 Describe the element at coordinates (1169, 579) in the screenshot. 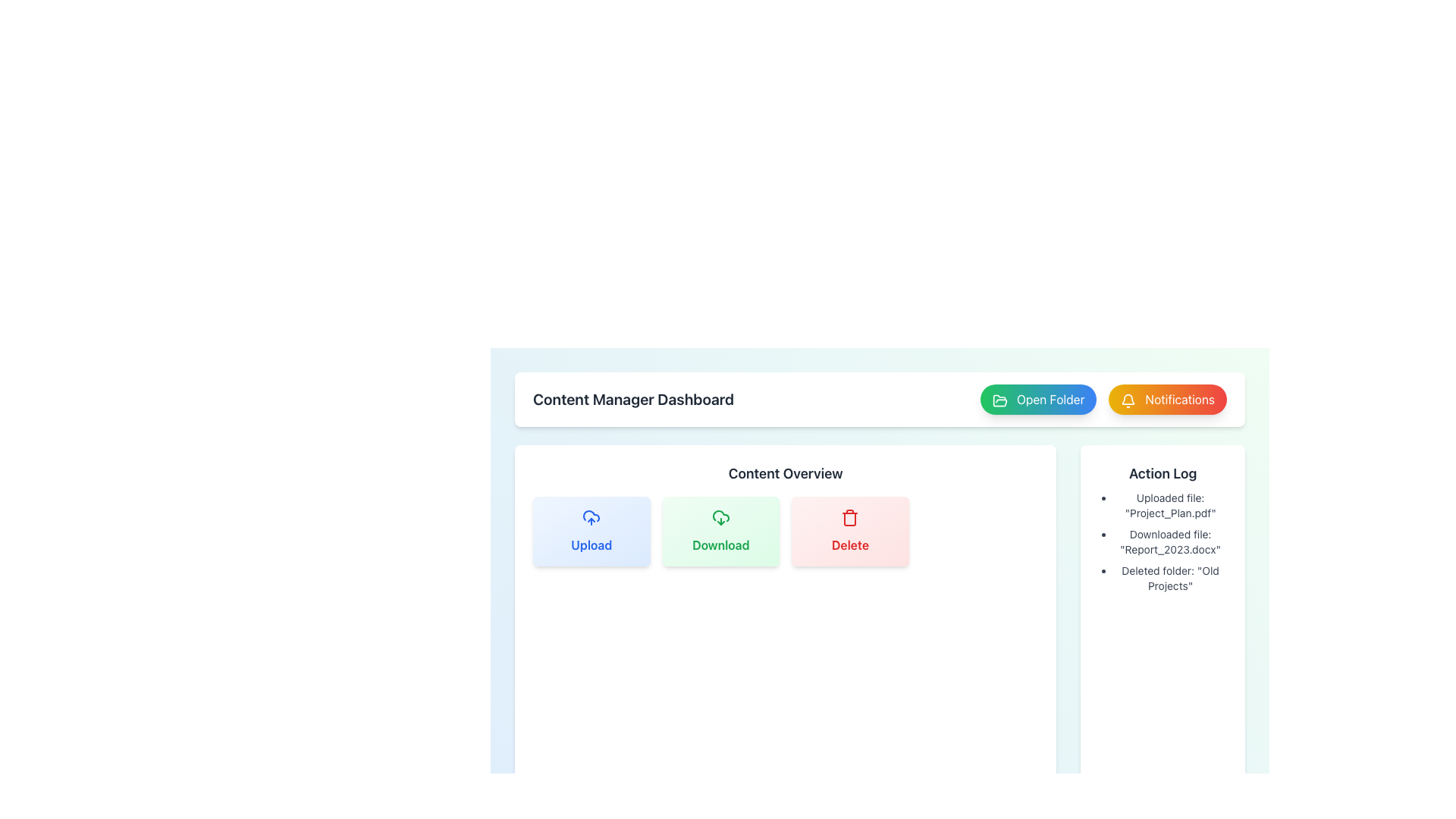

I see `the textual log entry stating 'Deleted folder: "Old Projects"' in the 'Action Log' section, which is the third item in the bullet-pointed list` at that location.